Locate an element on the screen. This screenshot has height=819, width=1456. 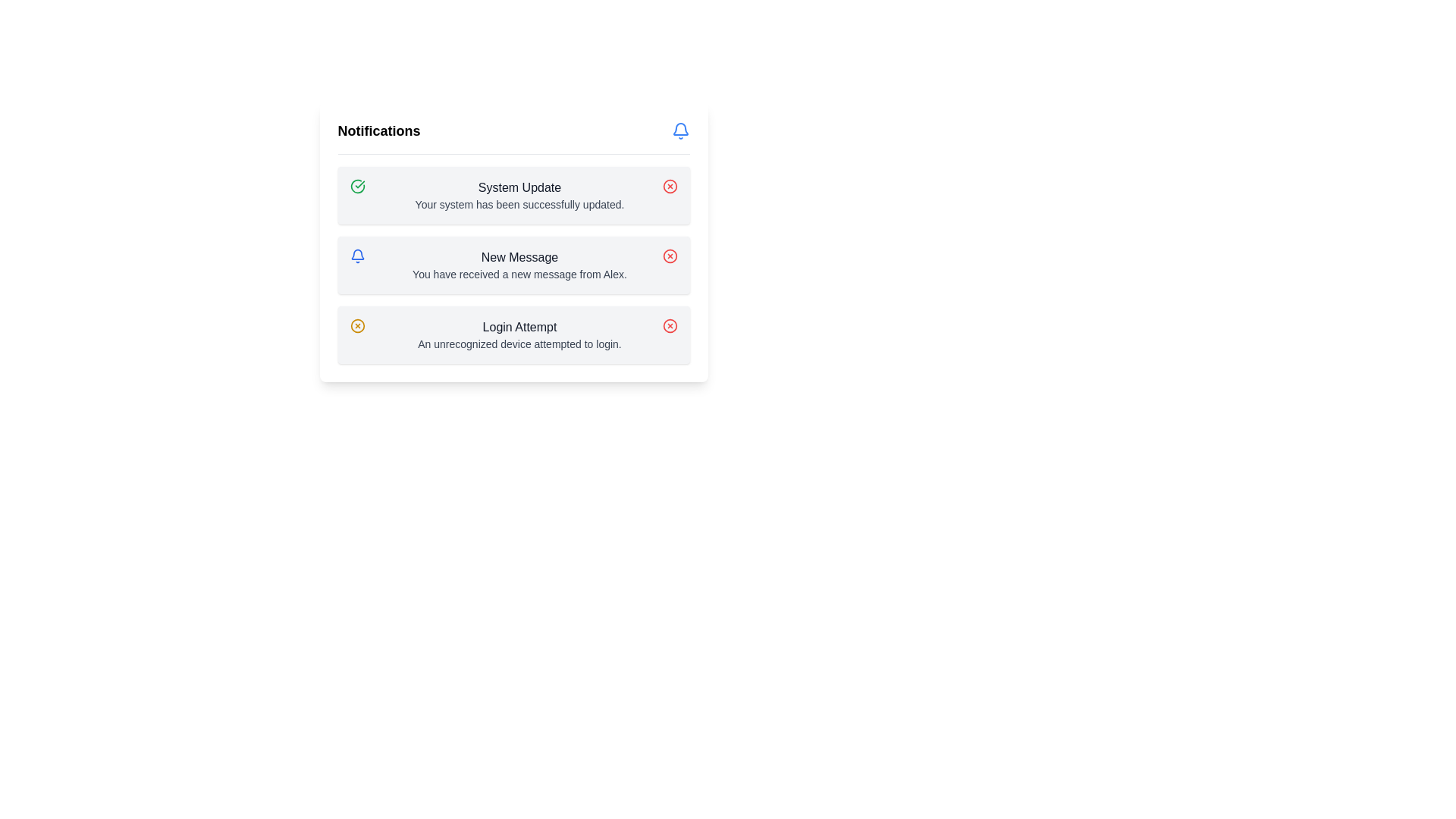
text content of the small-sized gray text label that says 'You have received a new message from Alex.', positioned directly beneath the header 'New Message' is located at coordinates (519, 275).